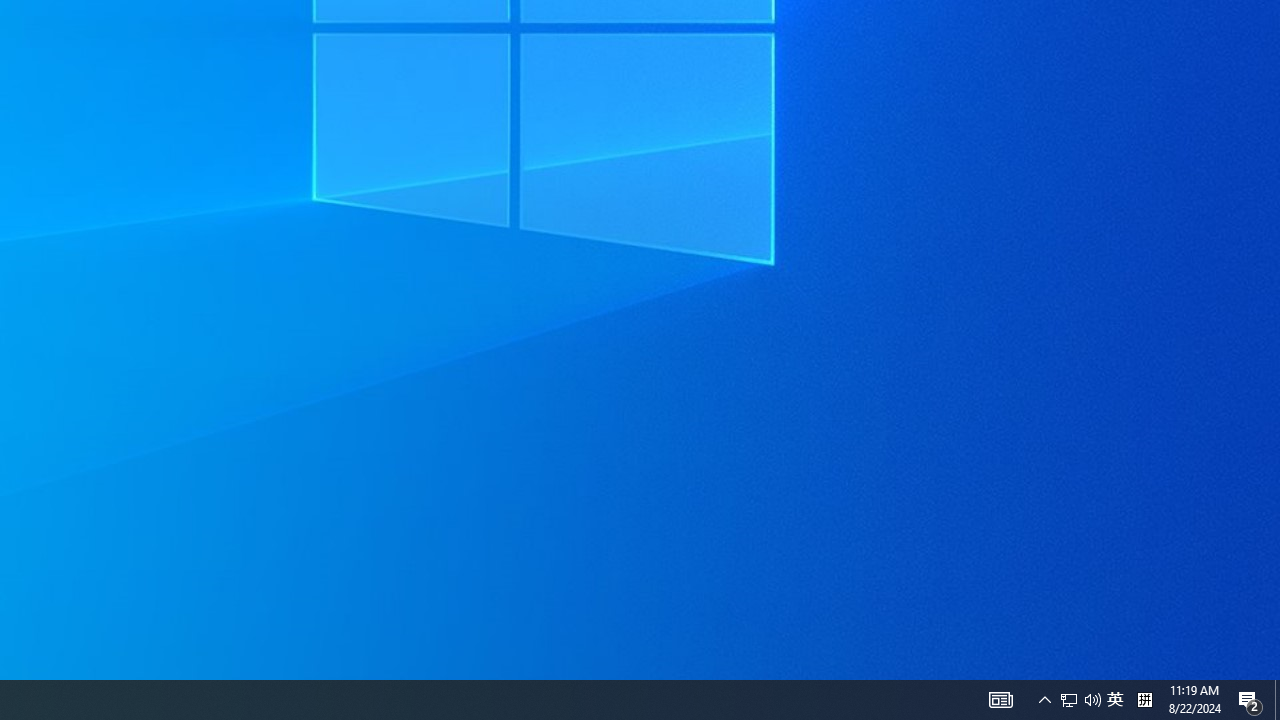  Describe the element at coordinates (1144, 698) in the screenshot. I see `'Tray Input Indicator - Chinese (Simplified, China)'` at that location.